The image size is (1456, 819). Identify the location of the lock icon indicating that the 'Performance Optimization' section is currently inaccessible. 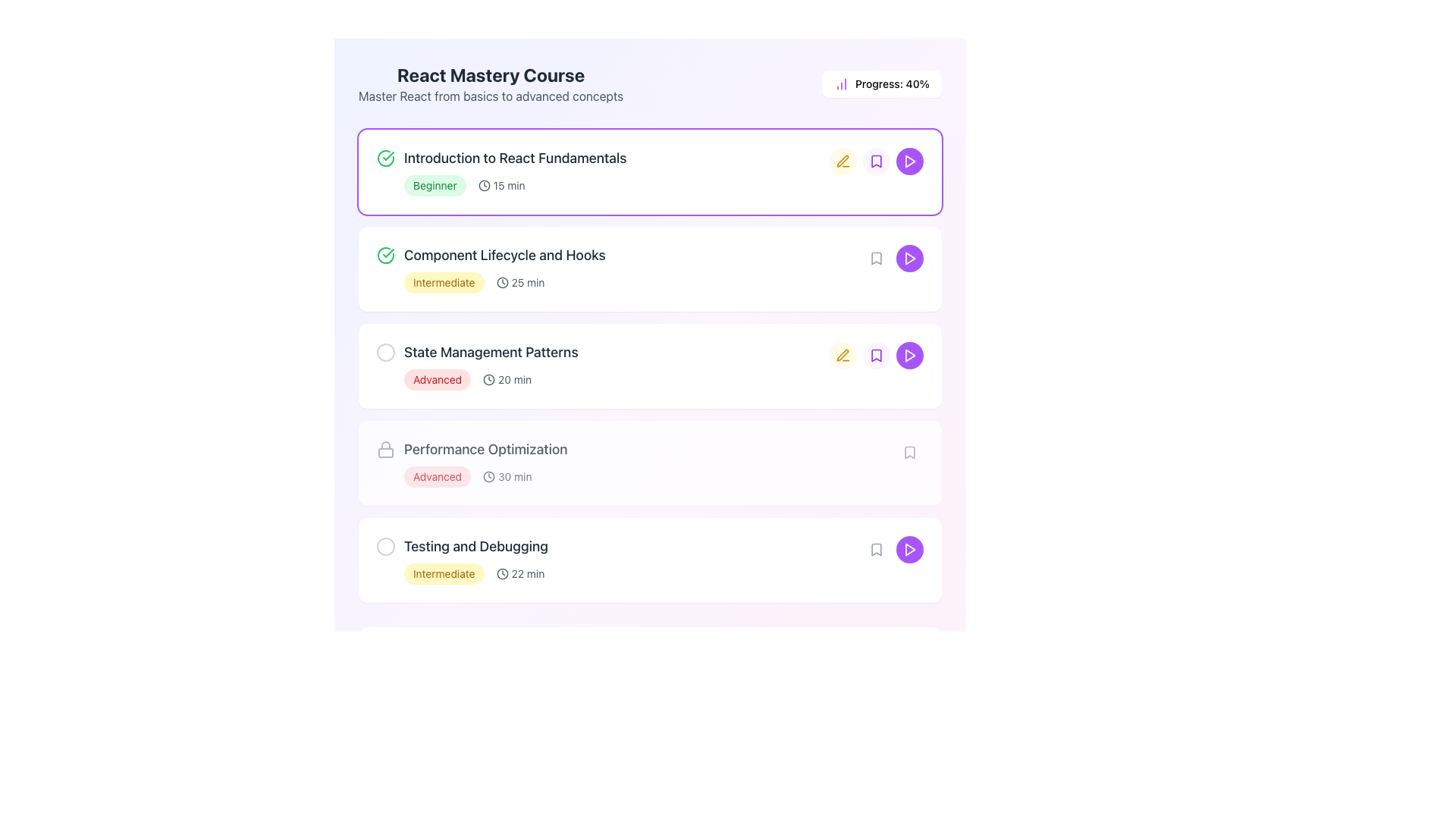
(385, 449).